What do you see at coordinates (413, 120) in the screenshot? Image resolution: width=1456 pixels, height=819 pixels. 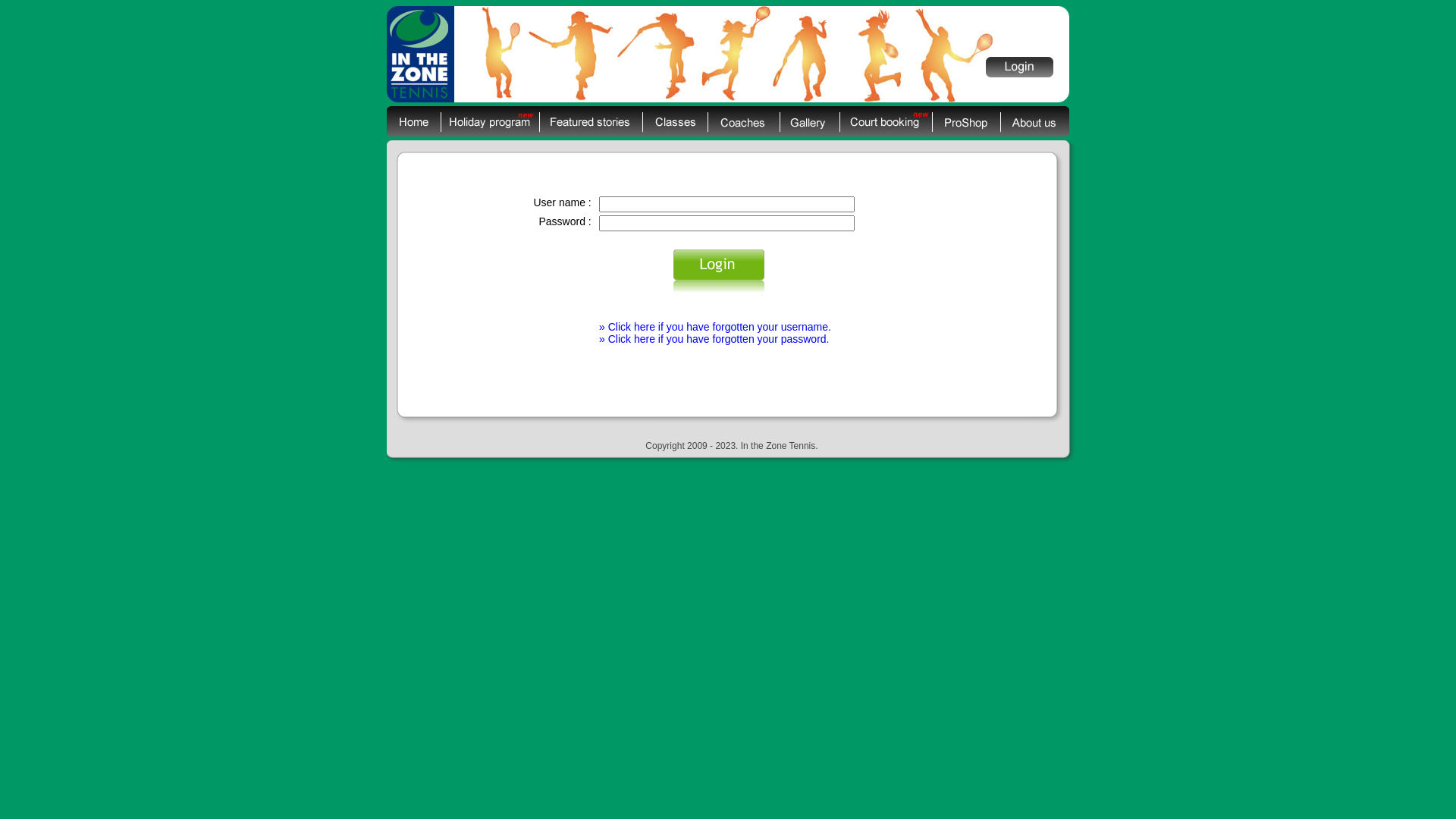 I see `'Home'` at bounding box center [413, 120].